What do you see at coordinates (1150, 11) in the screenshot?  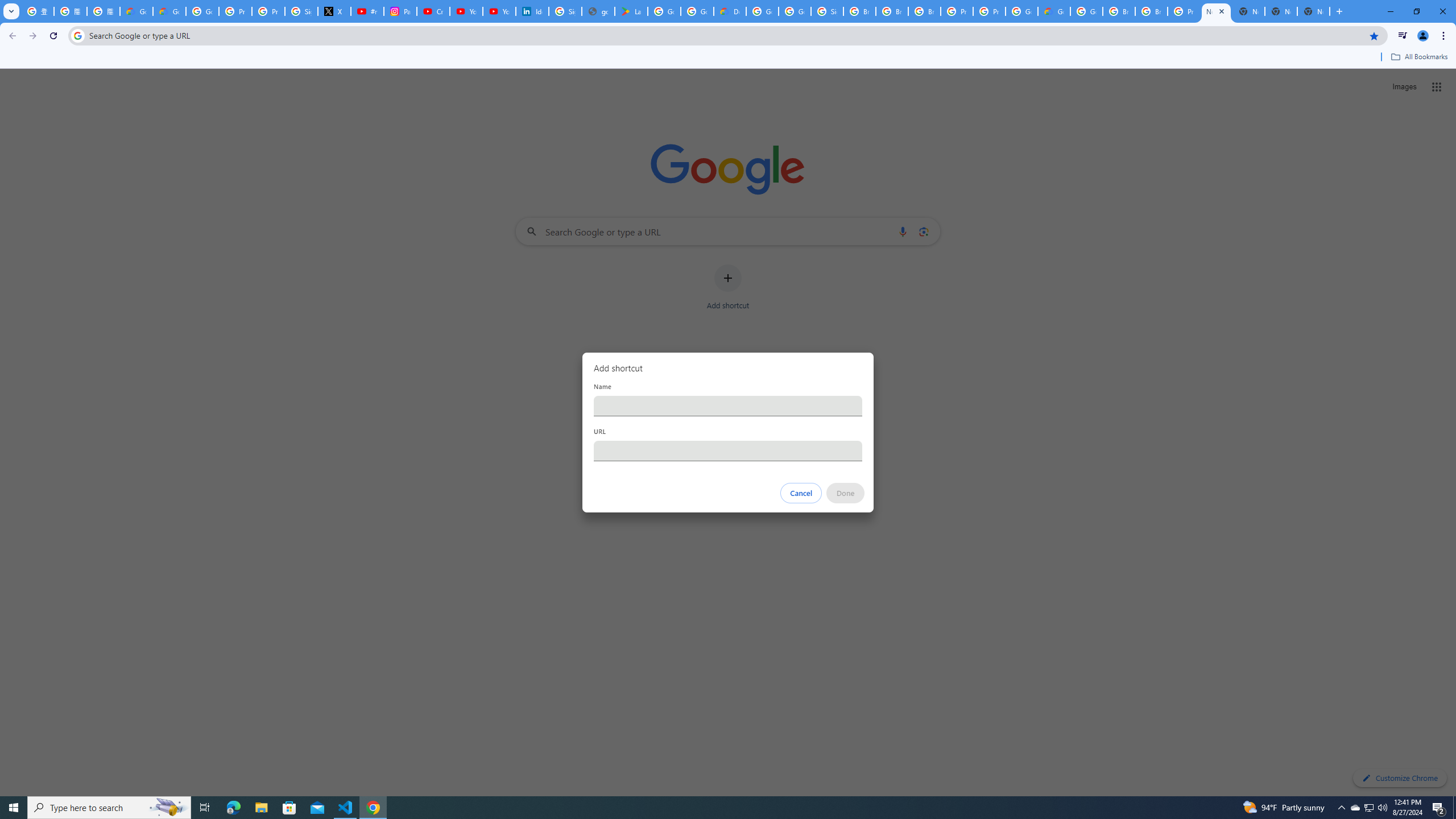 I see `'Browse Chrome as a guest - Computer - Google Chrome Help'` at bounding box center [1150, 11].